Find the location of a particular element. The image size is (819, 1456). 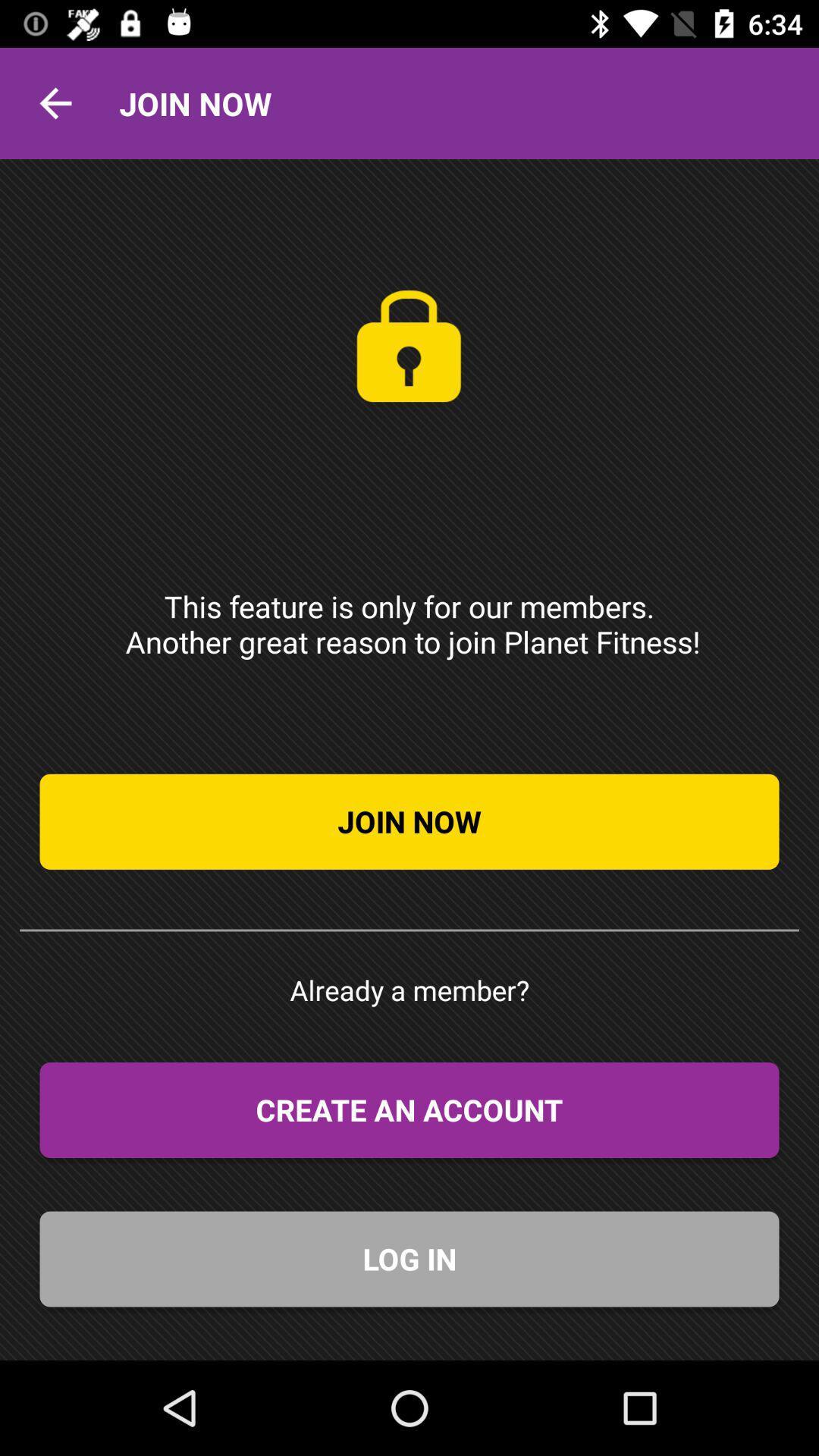

the create an account is located at coordinates (409, 1110).